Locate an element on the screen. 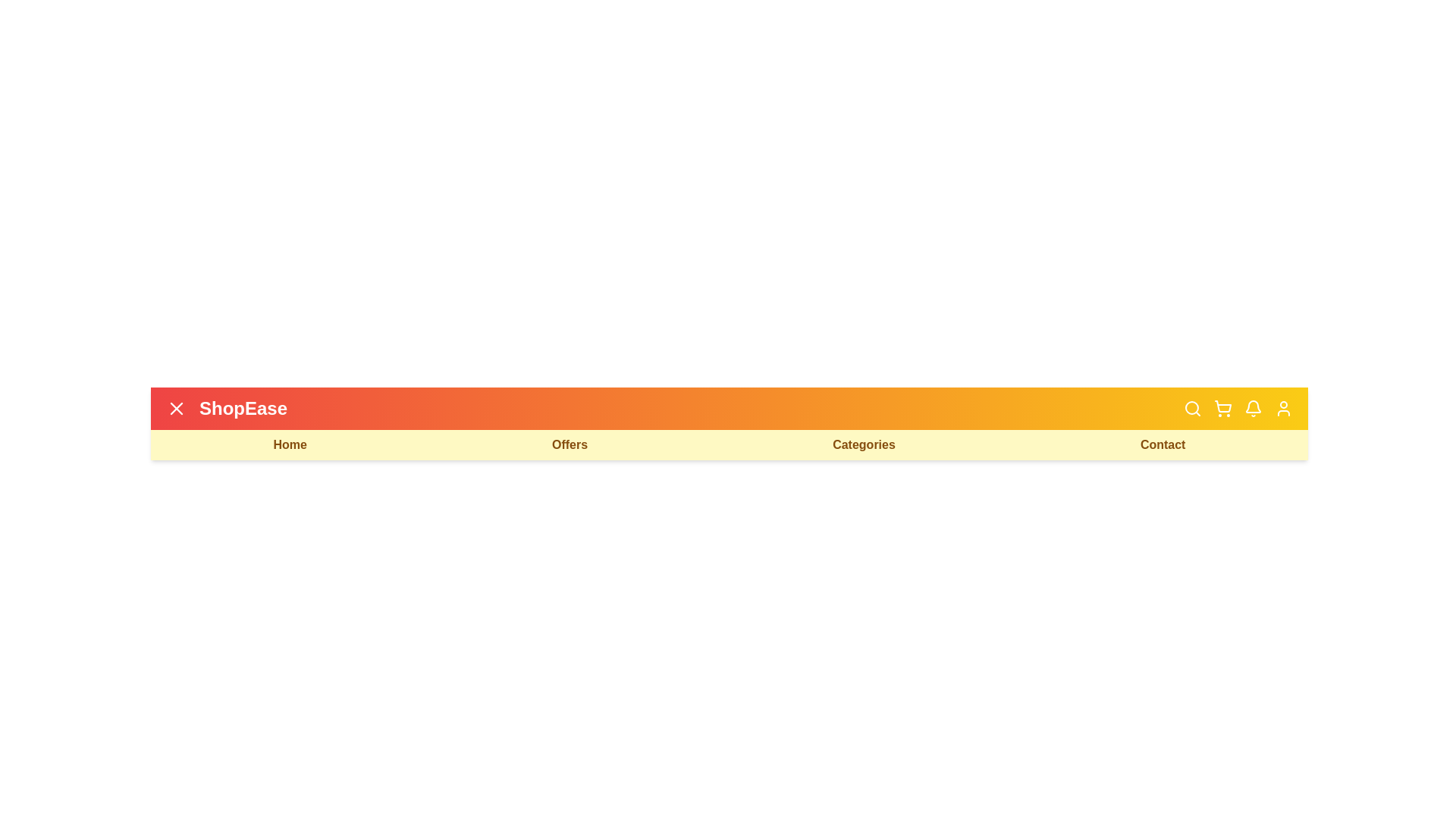 The image size is (1456, 819). the shopping cart button to view the cart is located at coordinates (1222, 408).